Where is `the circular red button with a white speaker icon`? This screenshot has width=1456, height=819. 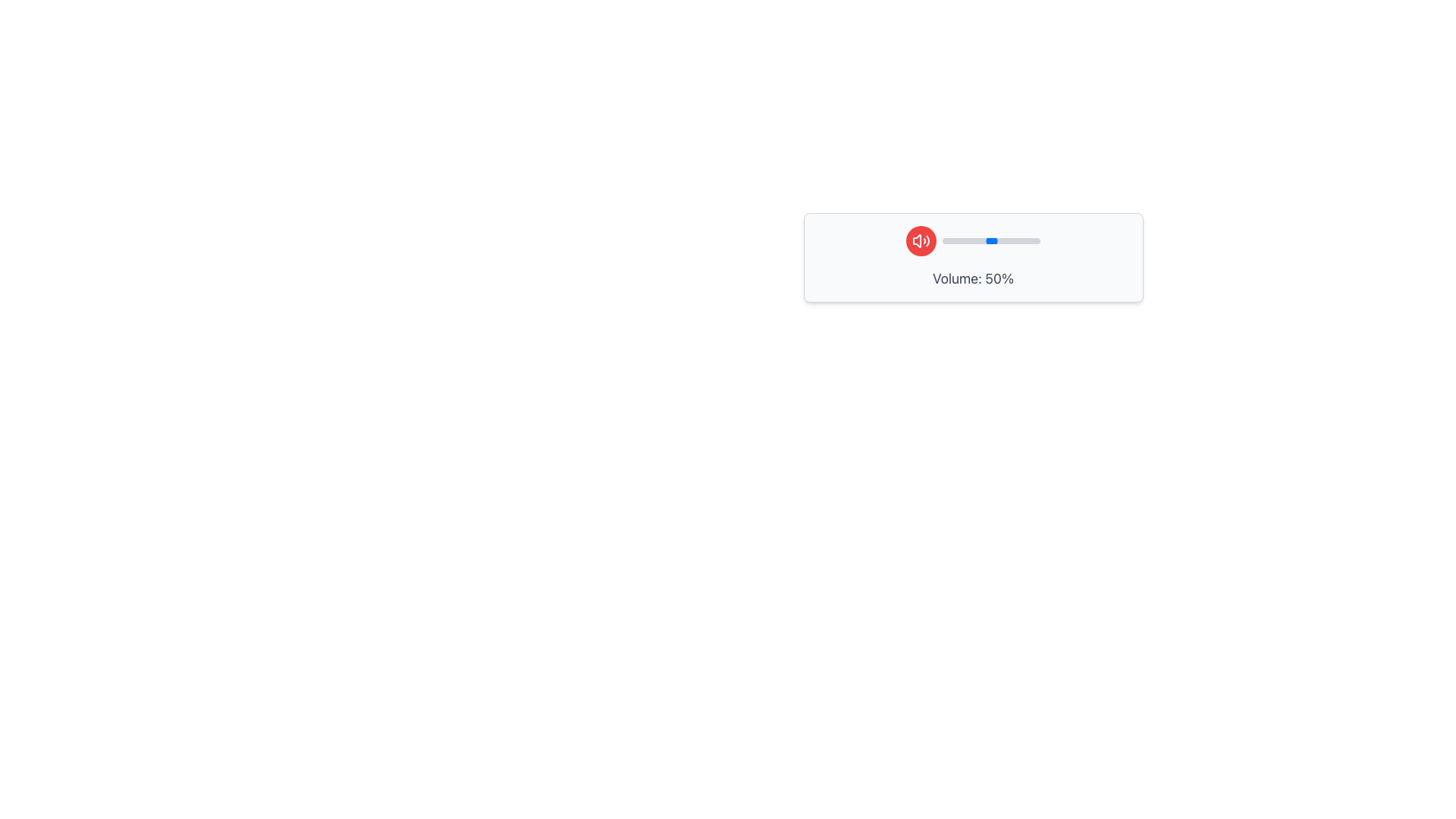
the circular red button with a white speaker icon is located at coordinates (920, 240).